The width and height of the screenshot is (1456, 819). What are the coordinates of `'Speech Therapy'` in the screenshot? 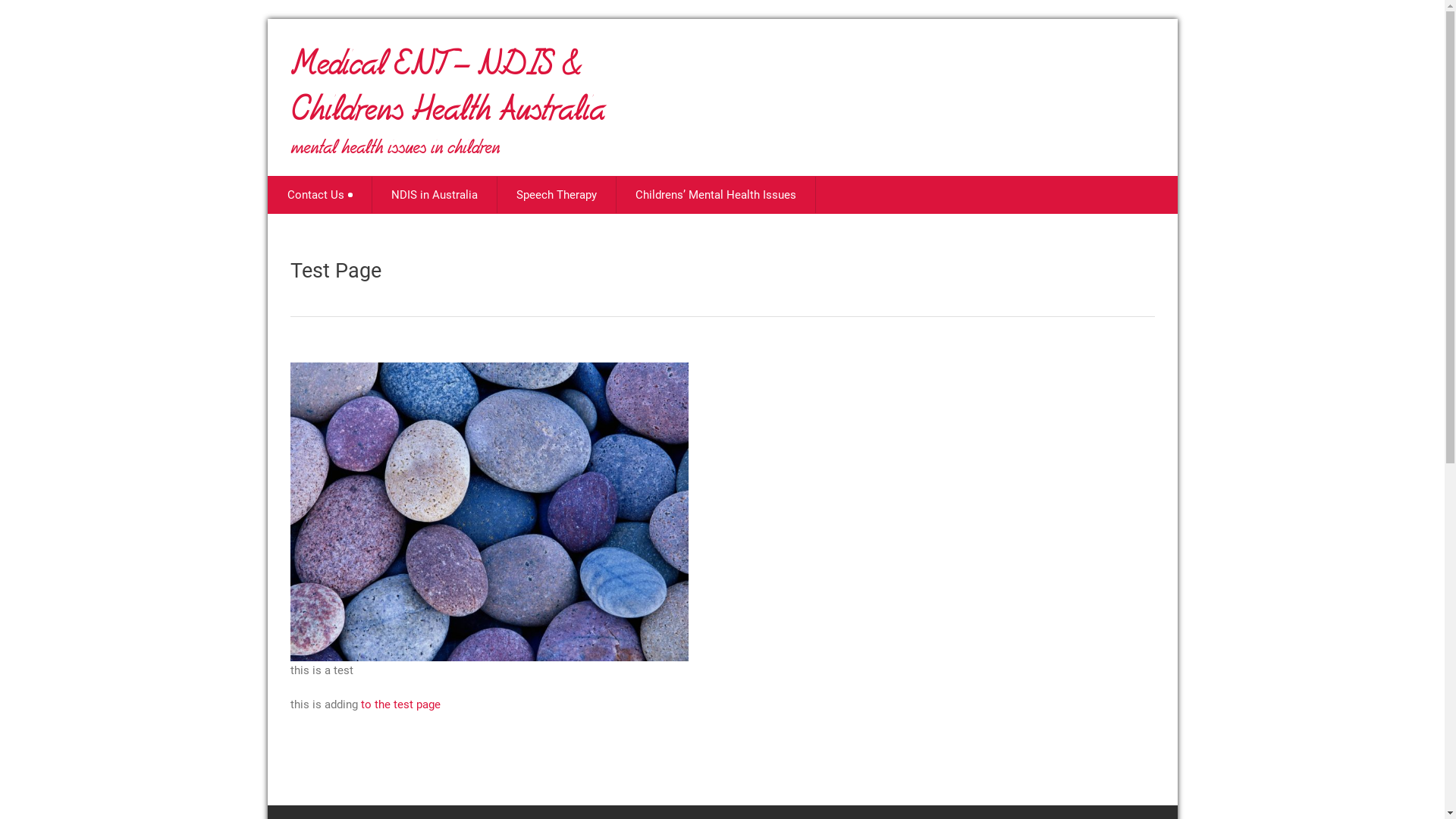 It's located at (556, 194).